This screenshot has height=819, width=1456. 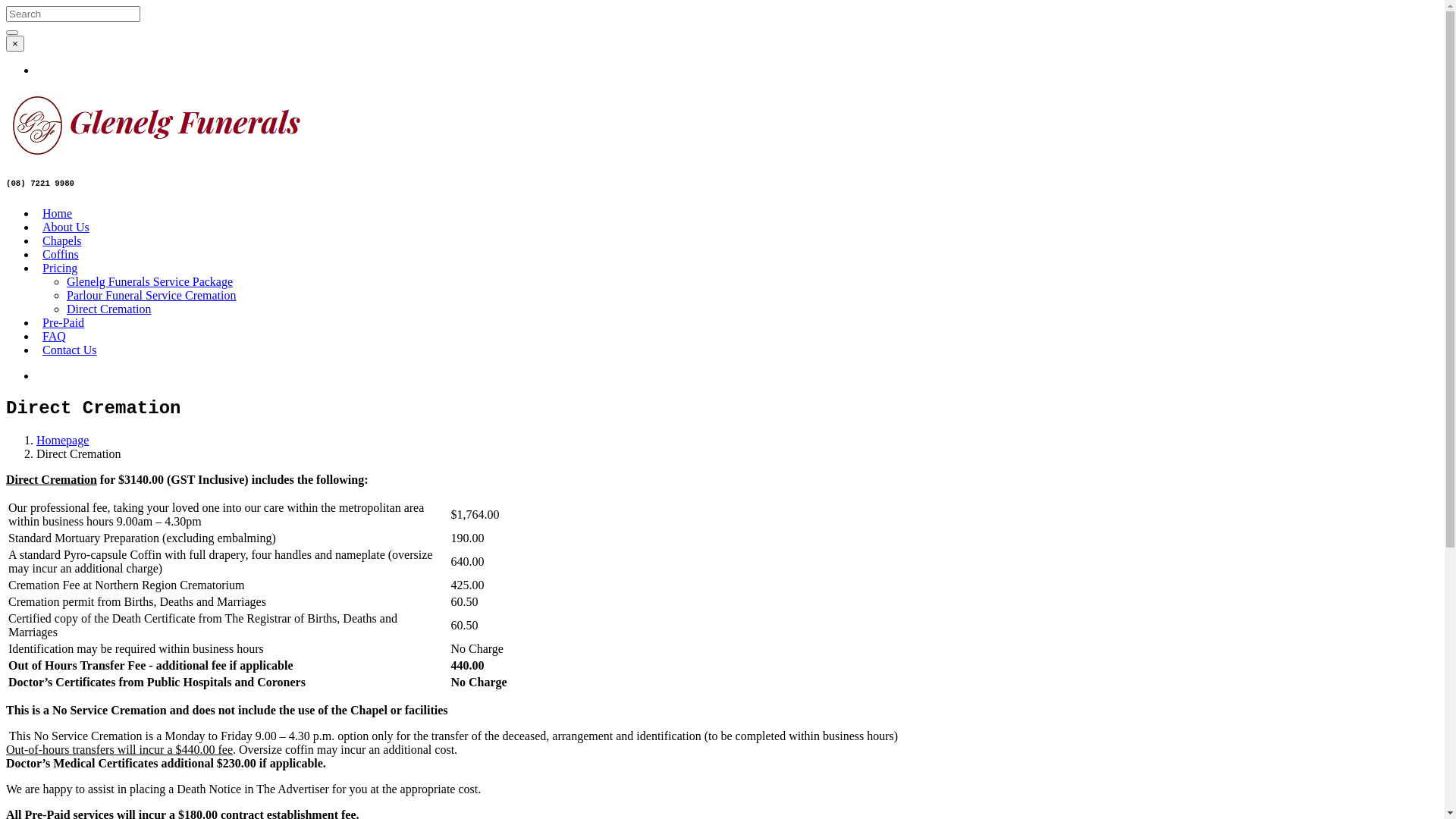 I want to click on 'Home', so click(x=57, y=213).